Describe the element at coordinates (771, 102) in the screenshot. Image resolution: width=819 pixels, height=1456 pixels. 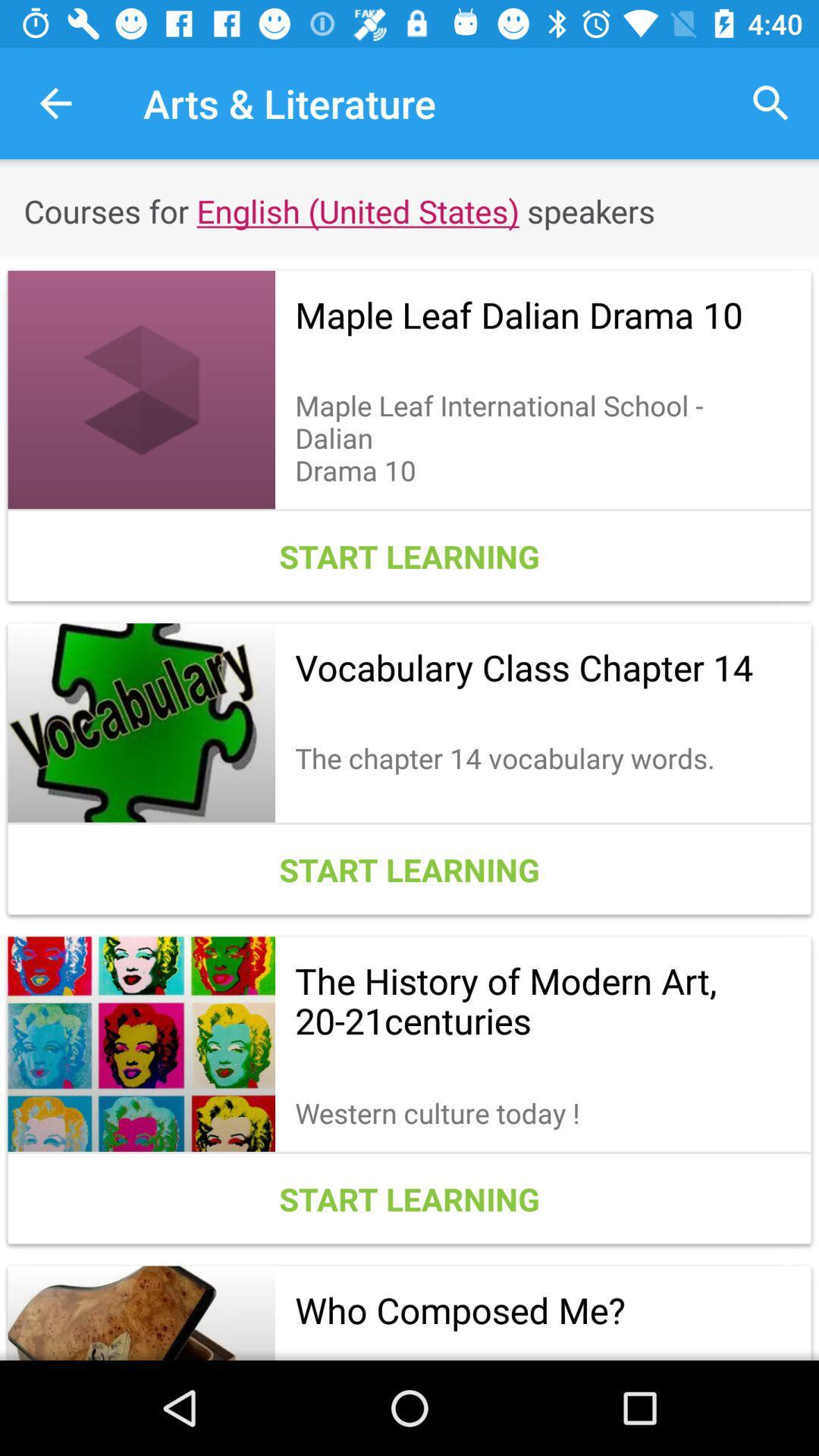
I see `icon to the right of arts & literature` at that location.